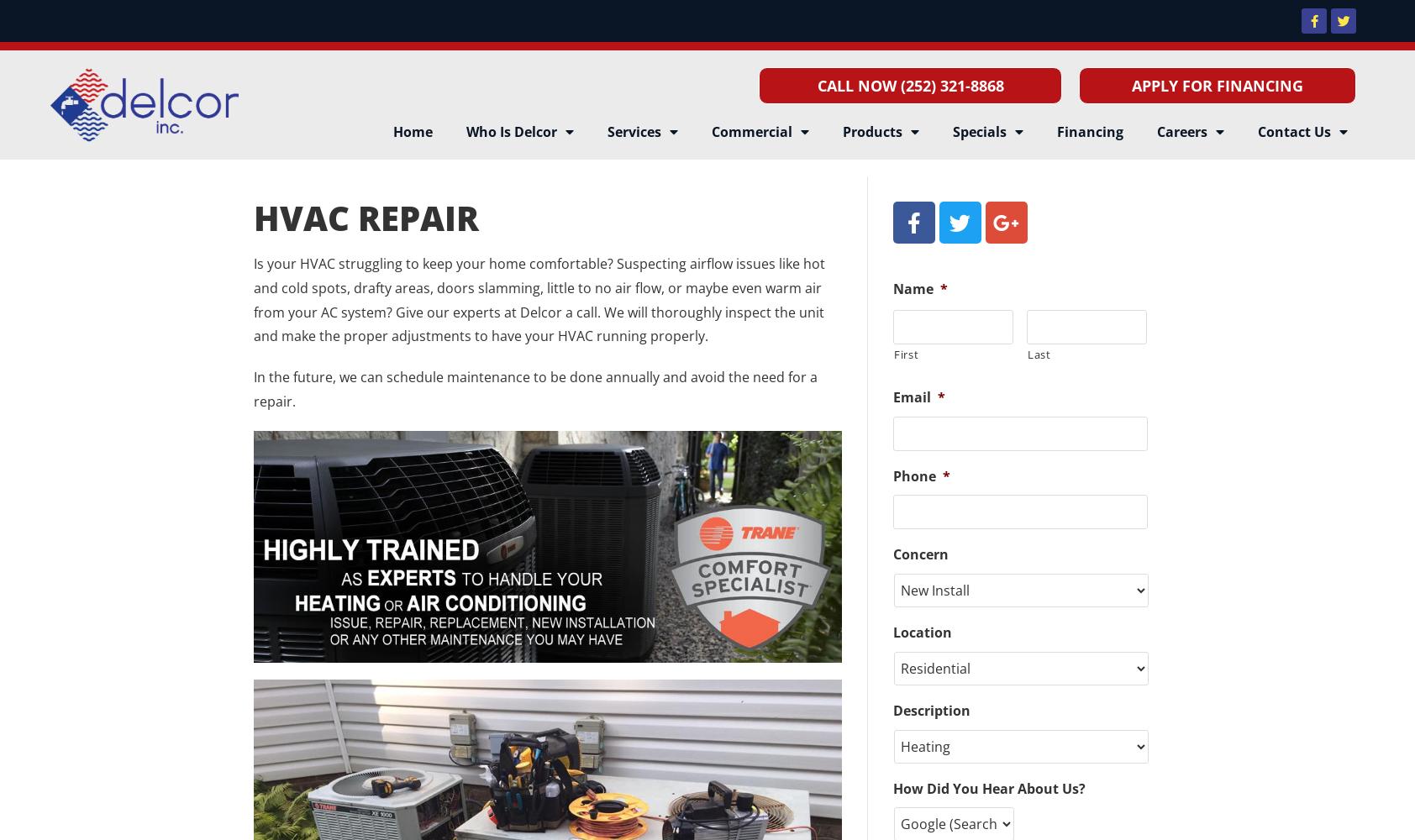 The image size is (1415, 840). I want to click on 'Last', so click(1039, 354).